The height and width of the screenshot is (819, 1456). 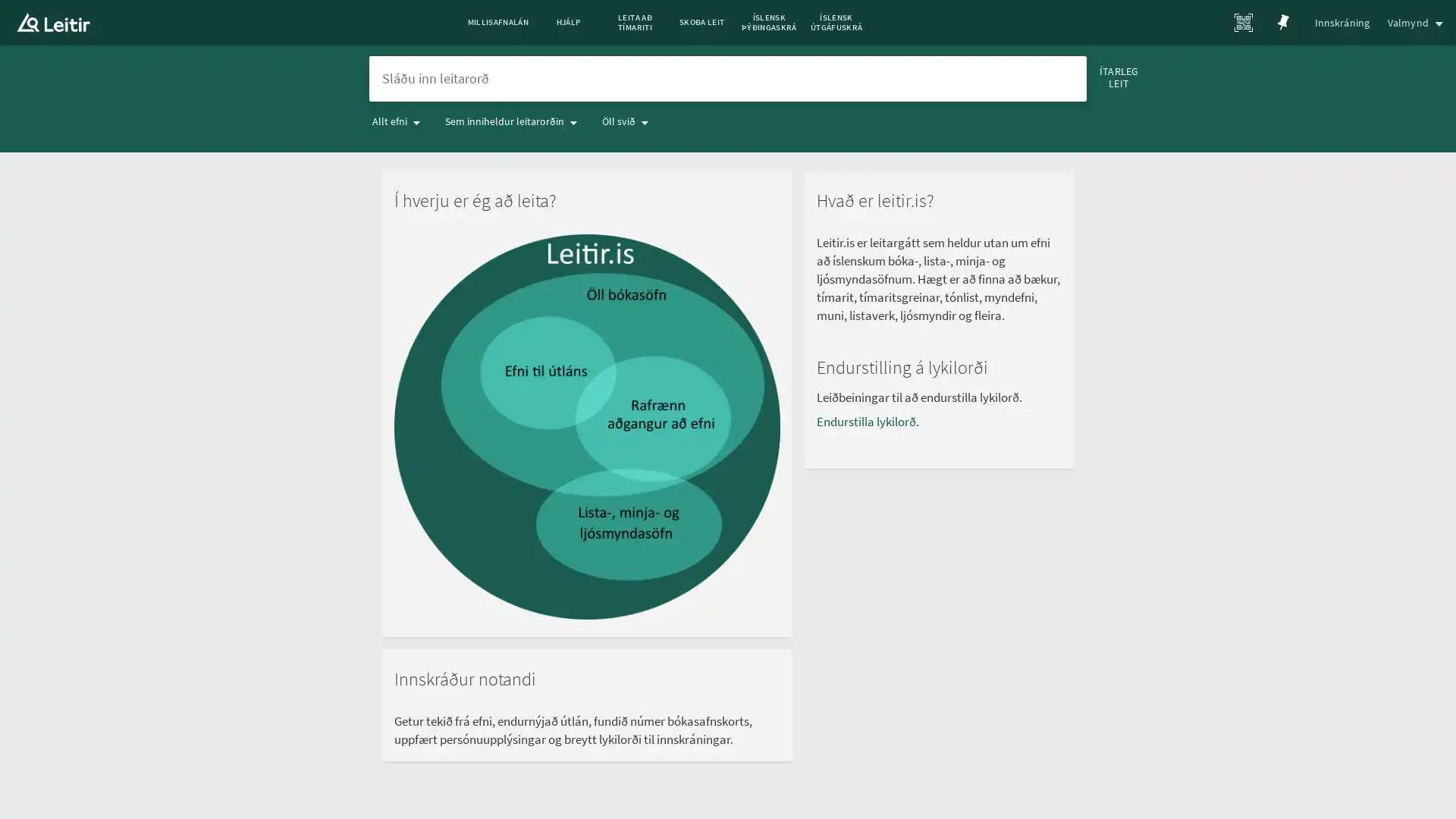 I want to click on Opna raddleit, so click(x=1030, y=84).